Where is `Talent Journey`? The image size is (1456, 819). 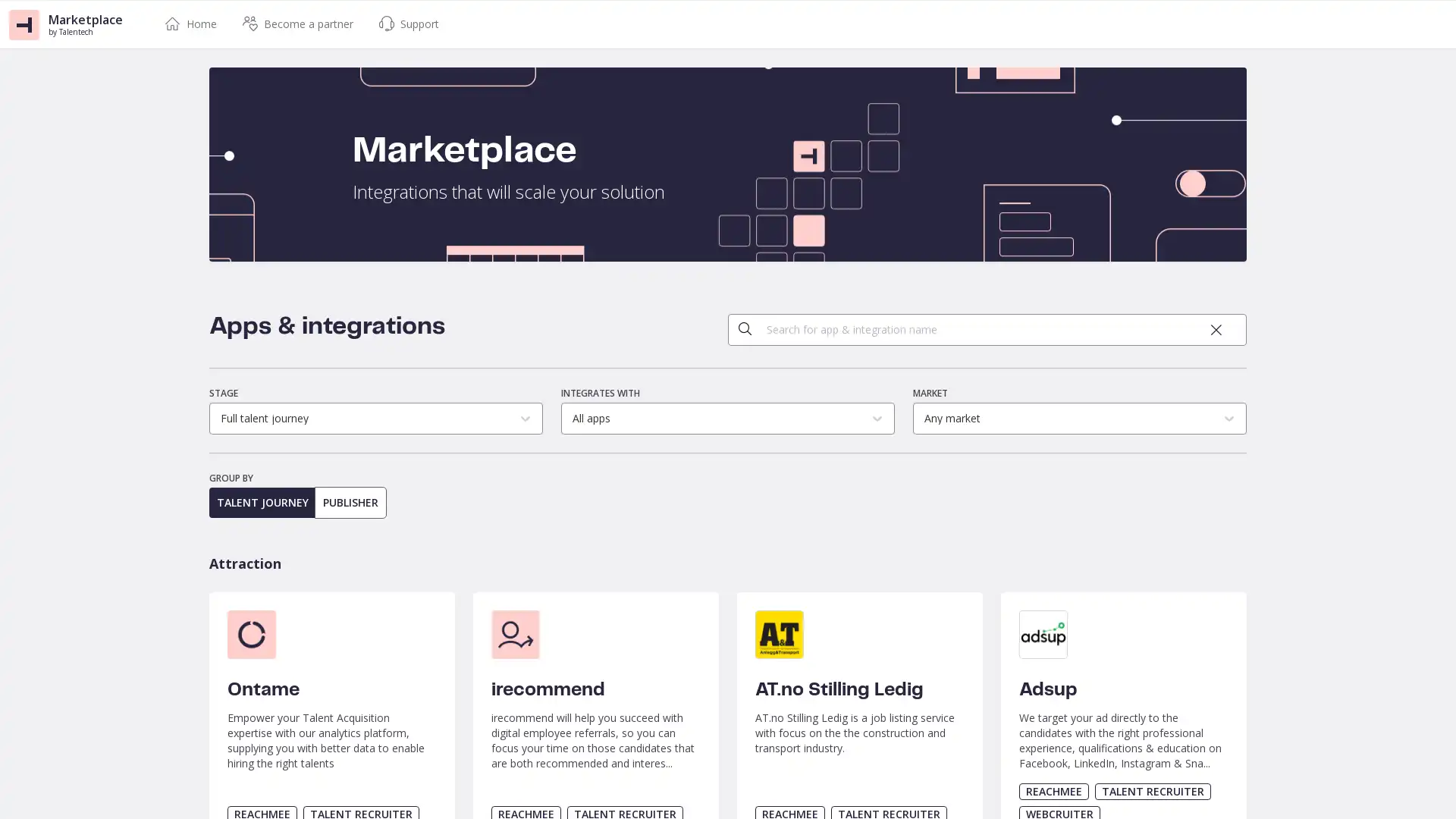
Talent Journey is located at coordinates (262, 503).